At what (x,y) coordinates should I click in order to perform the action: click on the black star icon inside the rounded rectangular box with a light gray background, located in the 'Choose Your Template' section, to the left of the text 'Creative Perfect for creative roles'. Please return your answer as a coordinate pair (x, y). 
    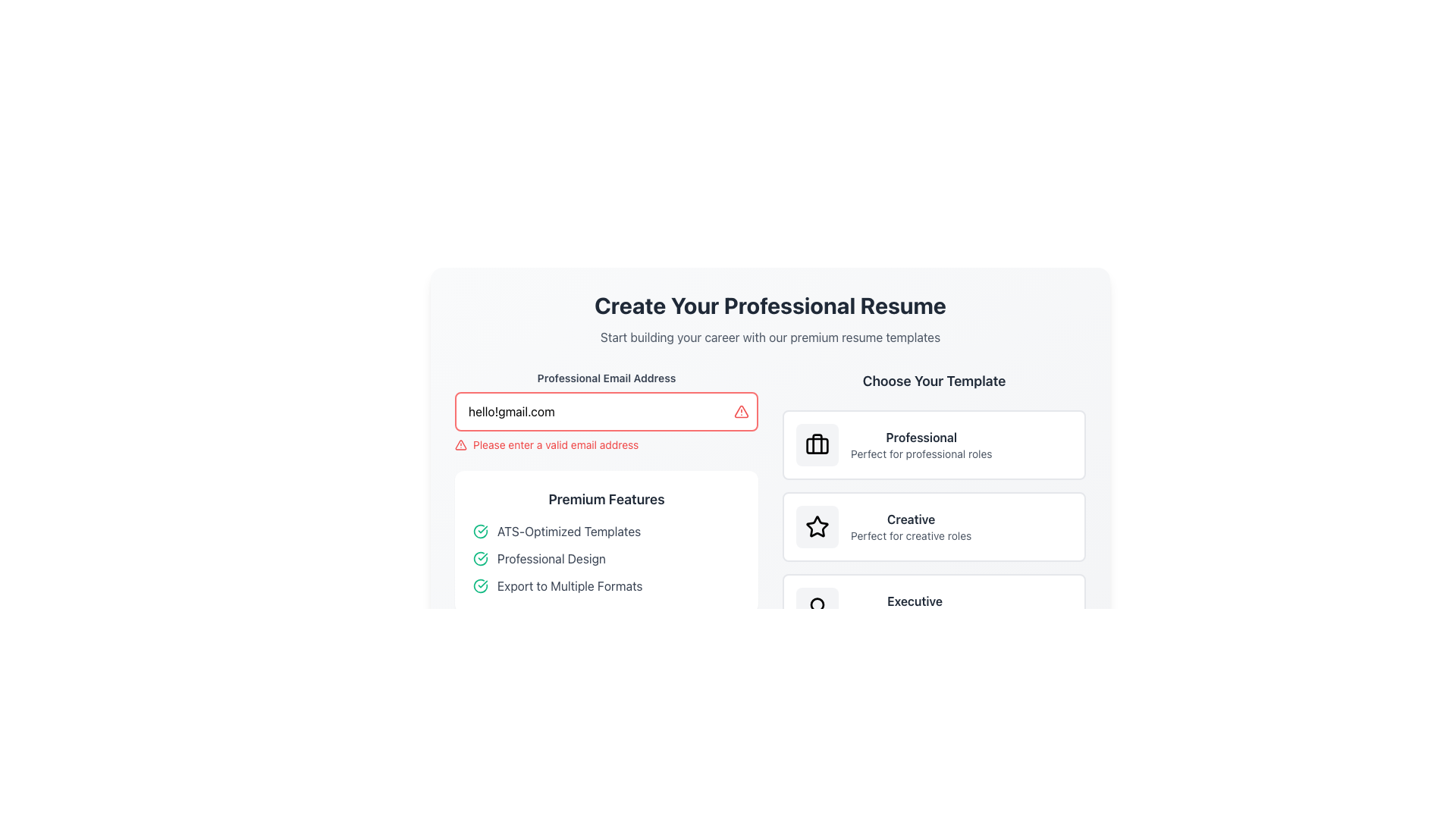
    Looking at the image, I should click on (817, 526).